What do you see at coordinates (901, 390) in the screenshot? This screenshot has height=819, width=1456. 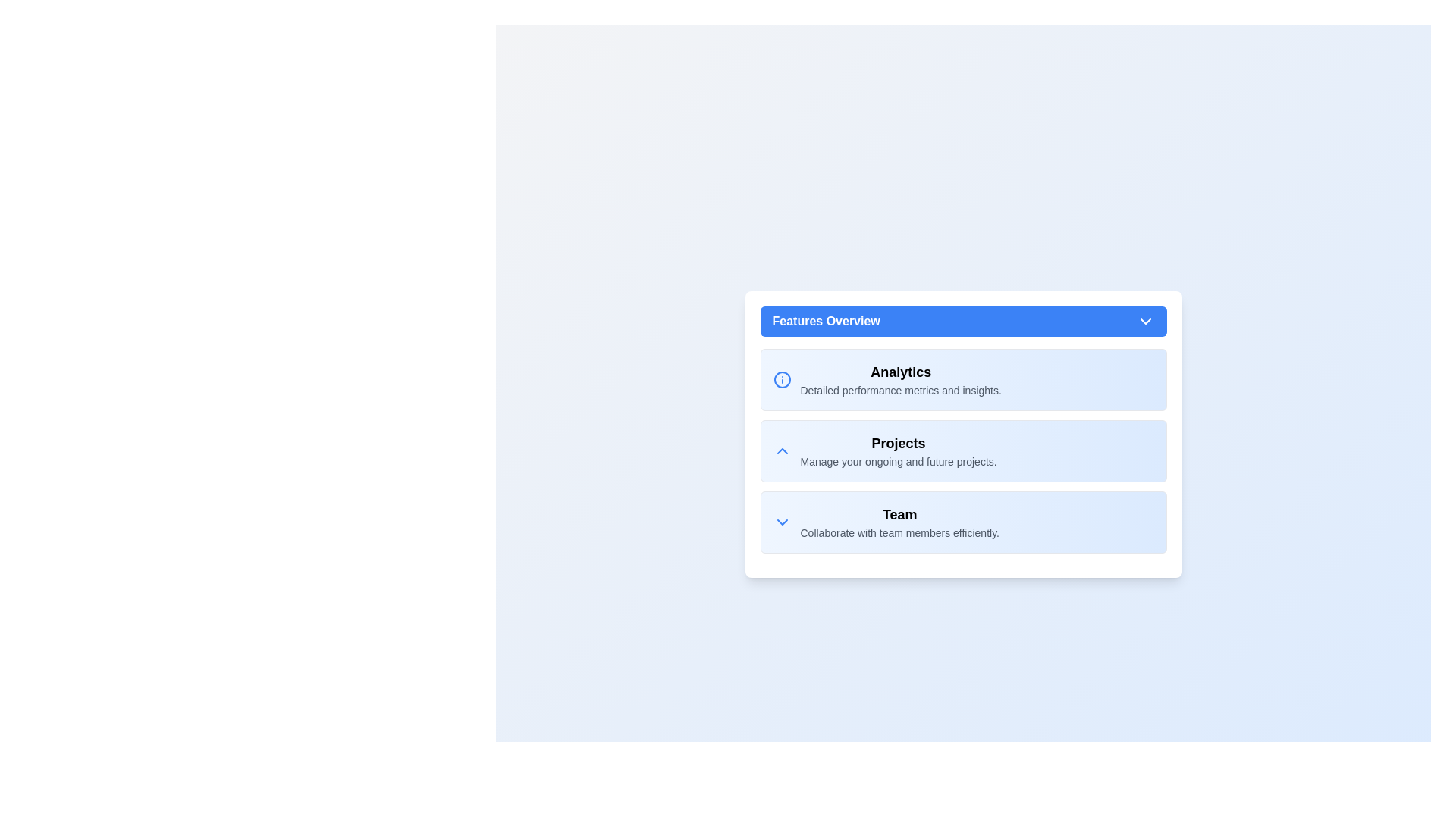 I see `the gray text label located directly underneath the 'Analytics' title, which is styled in a smaller font size and is part of a rectangular section with an icon to its left` at bounding box center [901, 390].